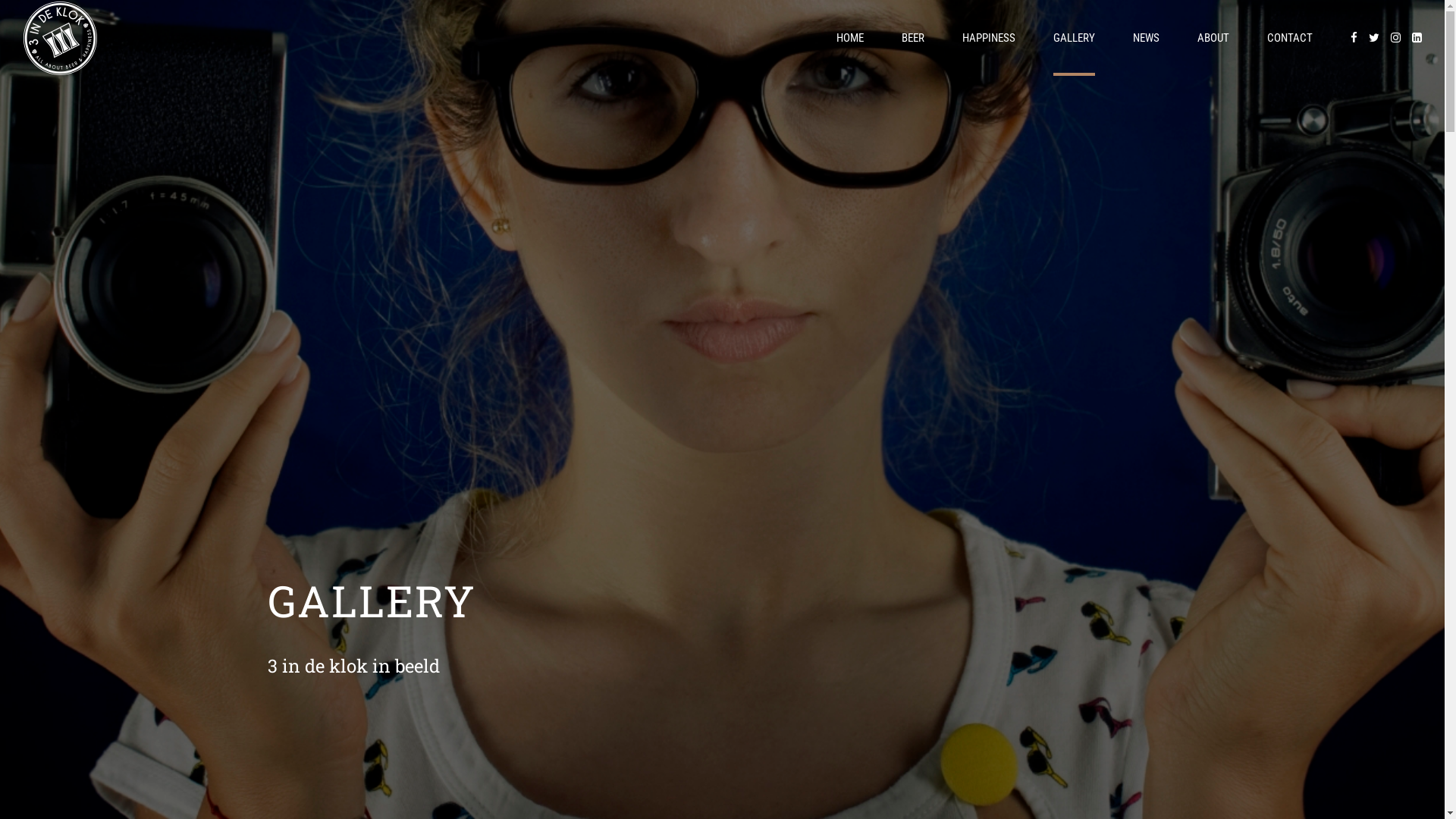 This screenshot has height=819, width=1456. What do you see at coordinates (1288, 37) in the screenshot?
I see `'CONTACT'` at bounding box center [1288, 37].